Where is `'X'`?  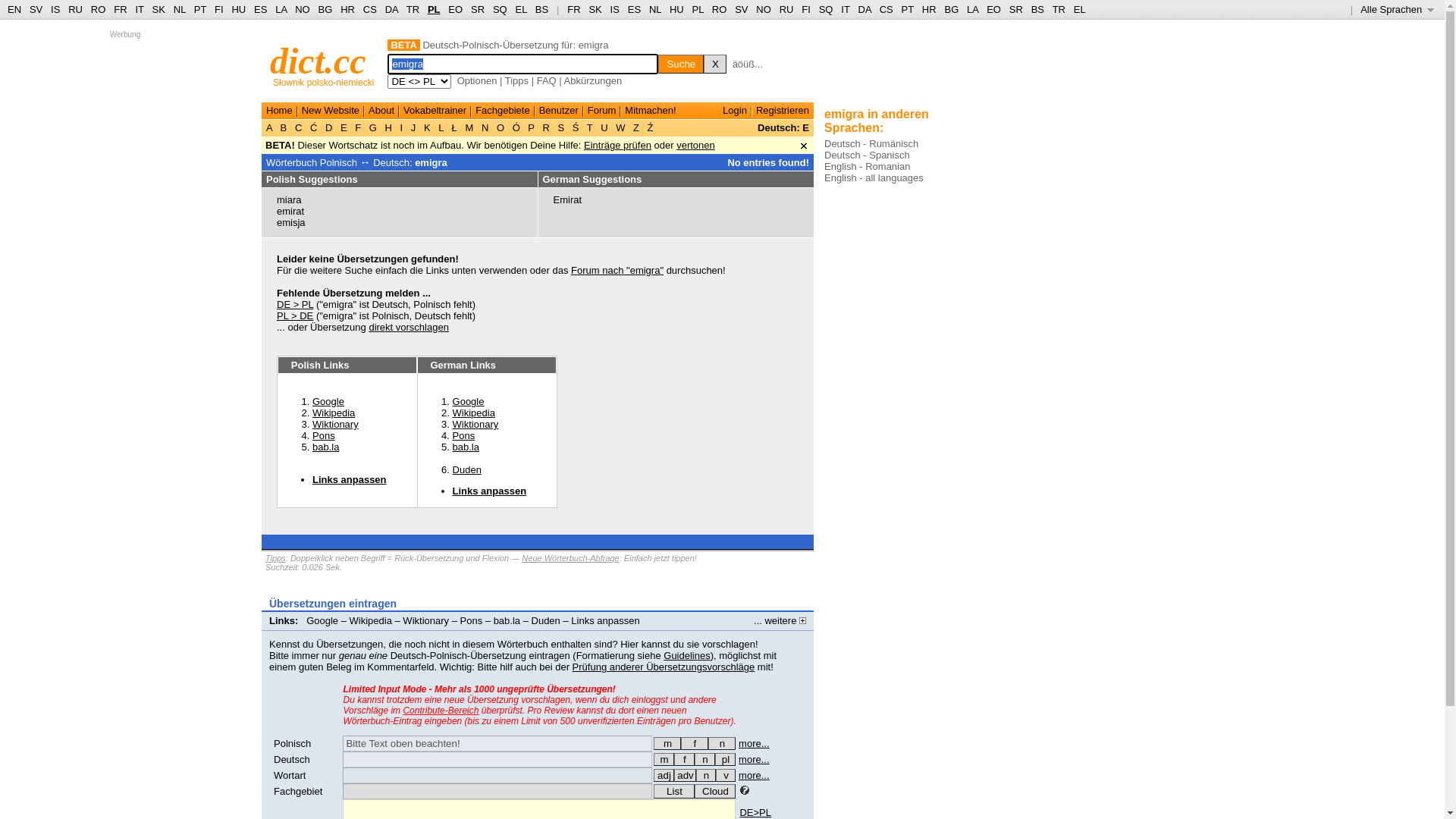 'X' is located at coordinates (714, 63).